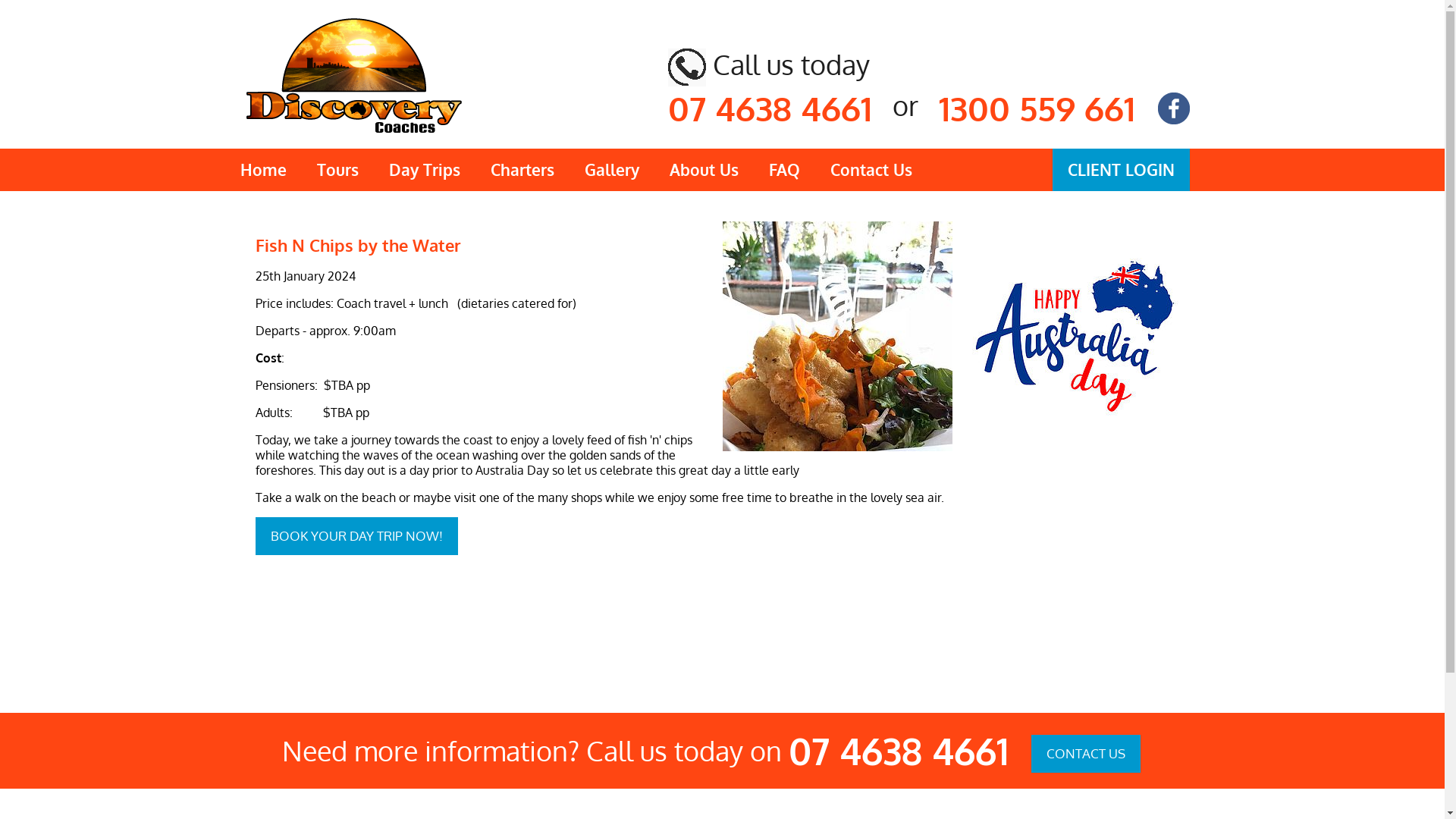 The image size is (1456, 819). What do you see at coordinates (769, 107) in the screenshot?
I see `'07 4638 4661'` at bounding box center [769, 107].